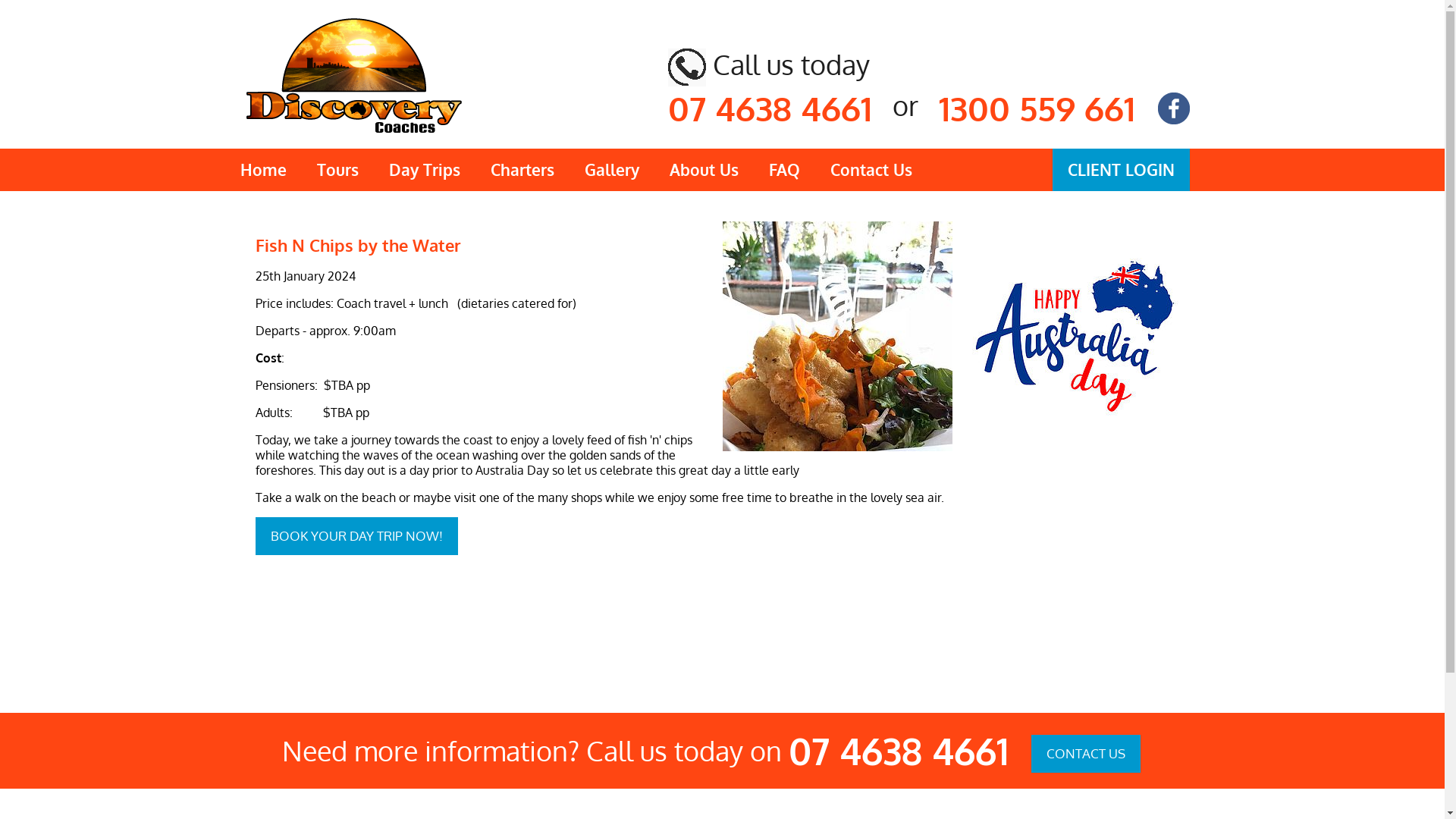 The image size is (1456, 819). What do you see at coordinates (769, 107) in the screenshot?
I see `'07 4638 4661'` at bounding box center [769, 107].